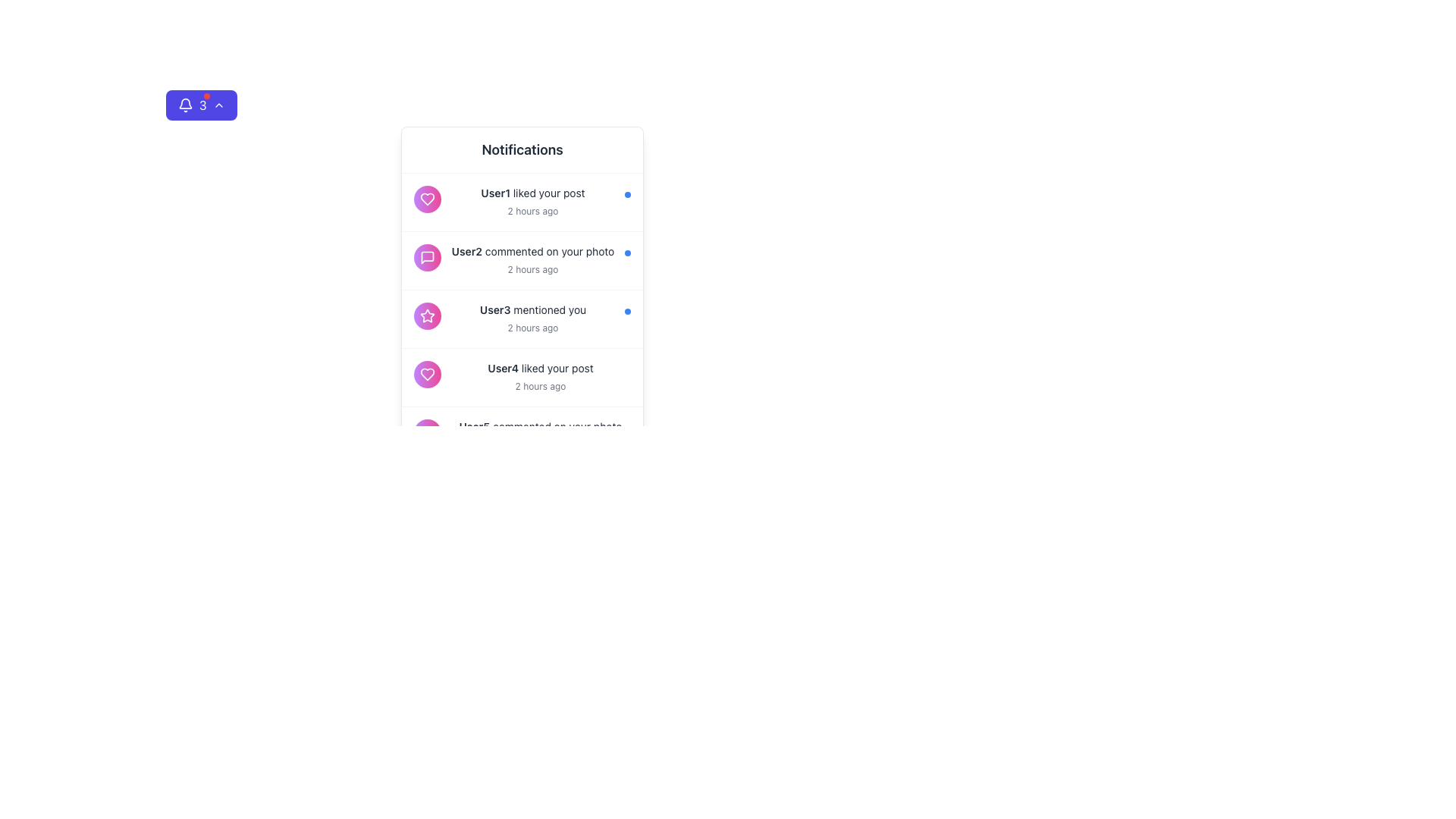 This screenshot has height=819, width=1456. What do you see at coordinates (522, 201) in the screenshot?
I see `the first notification entry that informs the user that 'User1' liked their post` at bounding box center [522, 201].